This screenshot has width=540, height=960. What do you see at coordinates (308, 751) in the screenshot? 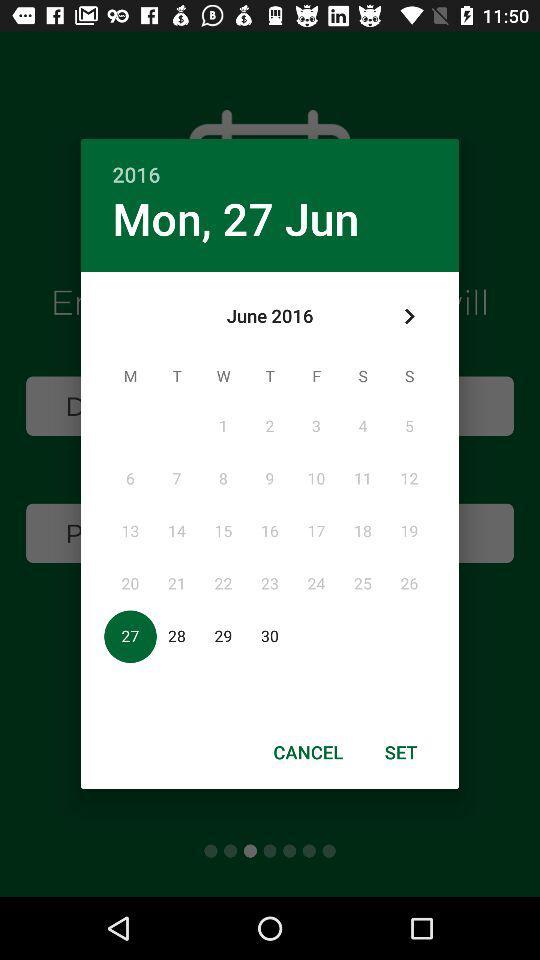
I see `the cancel item` at bounding box center [308, 751].